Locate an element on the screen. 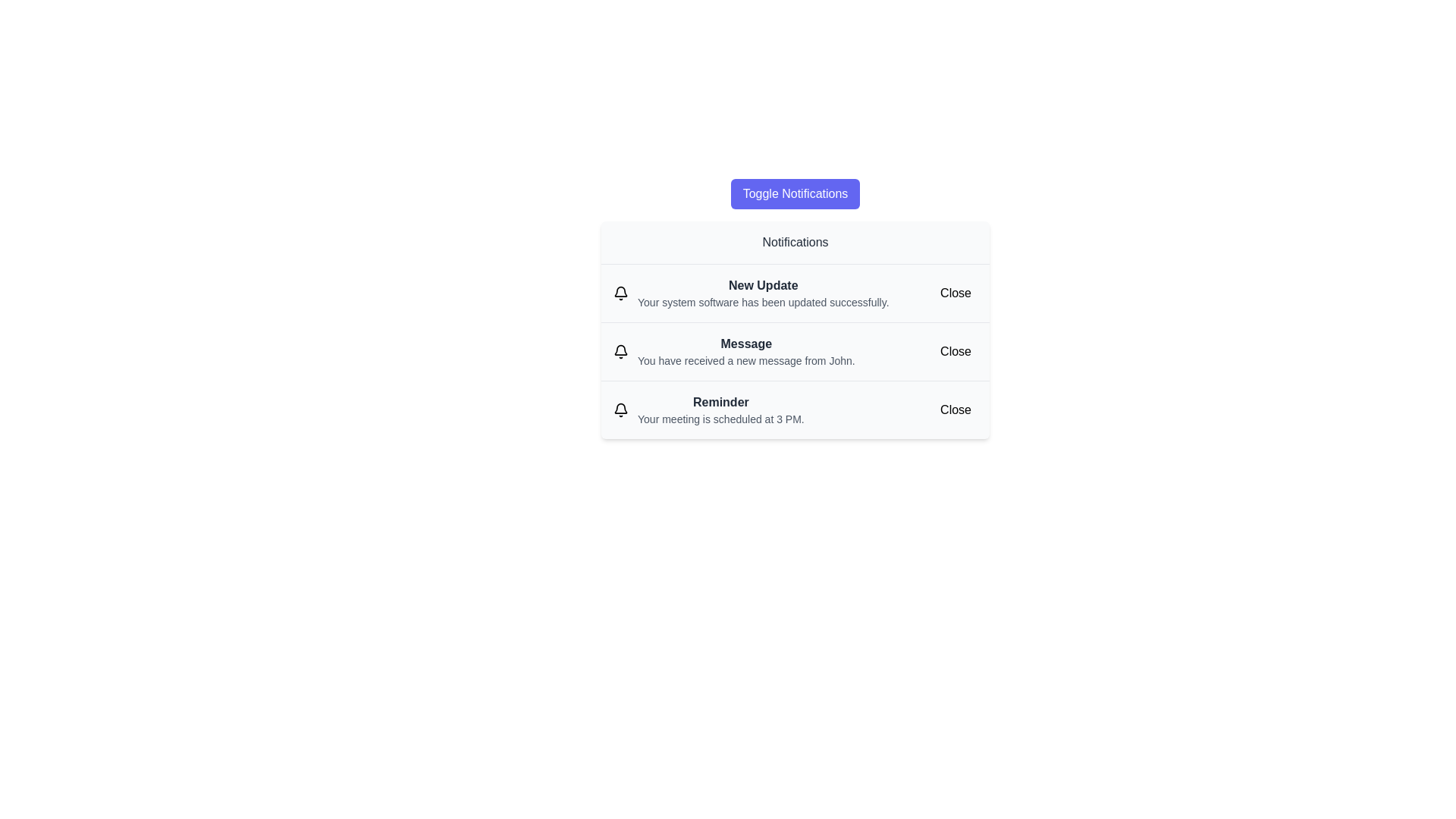 The height and width of the screenshot is (819, 1456). information displayed in the text label that contains 'Your meeting is scheduled at 3 PM.' located below the 'Reminder' heading in the notification card interface is located at coordinates (720, 419).